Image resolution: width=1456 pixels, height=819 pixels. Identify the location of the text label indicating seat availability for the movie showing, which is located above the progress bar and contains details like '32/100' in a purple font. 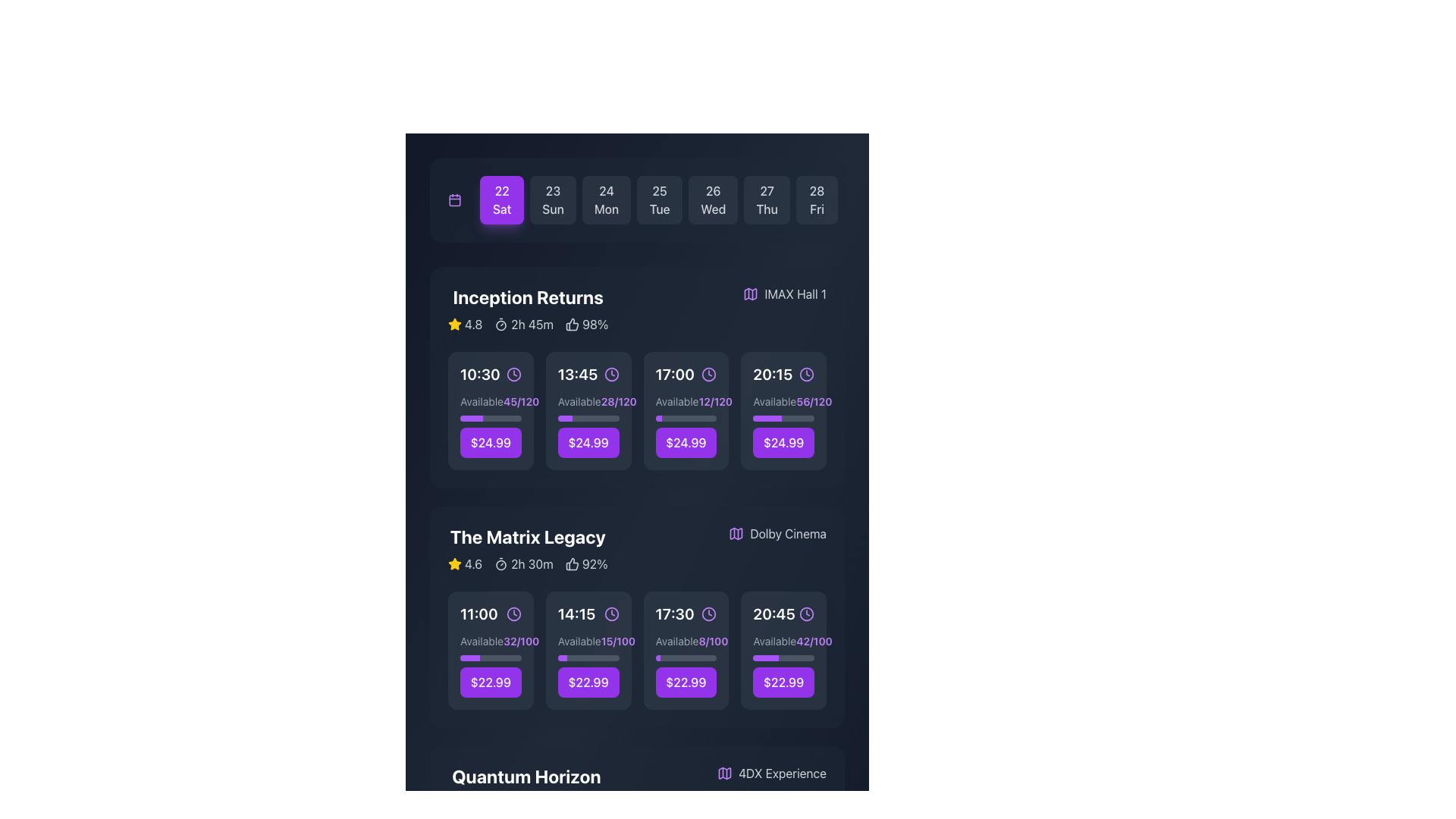
(481, 641).